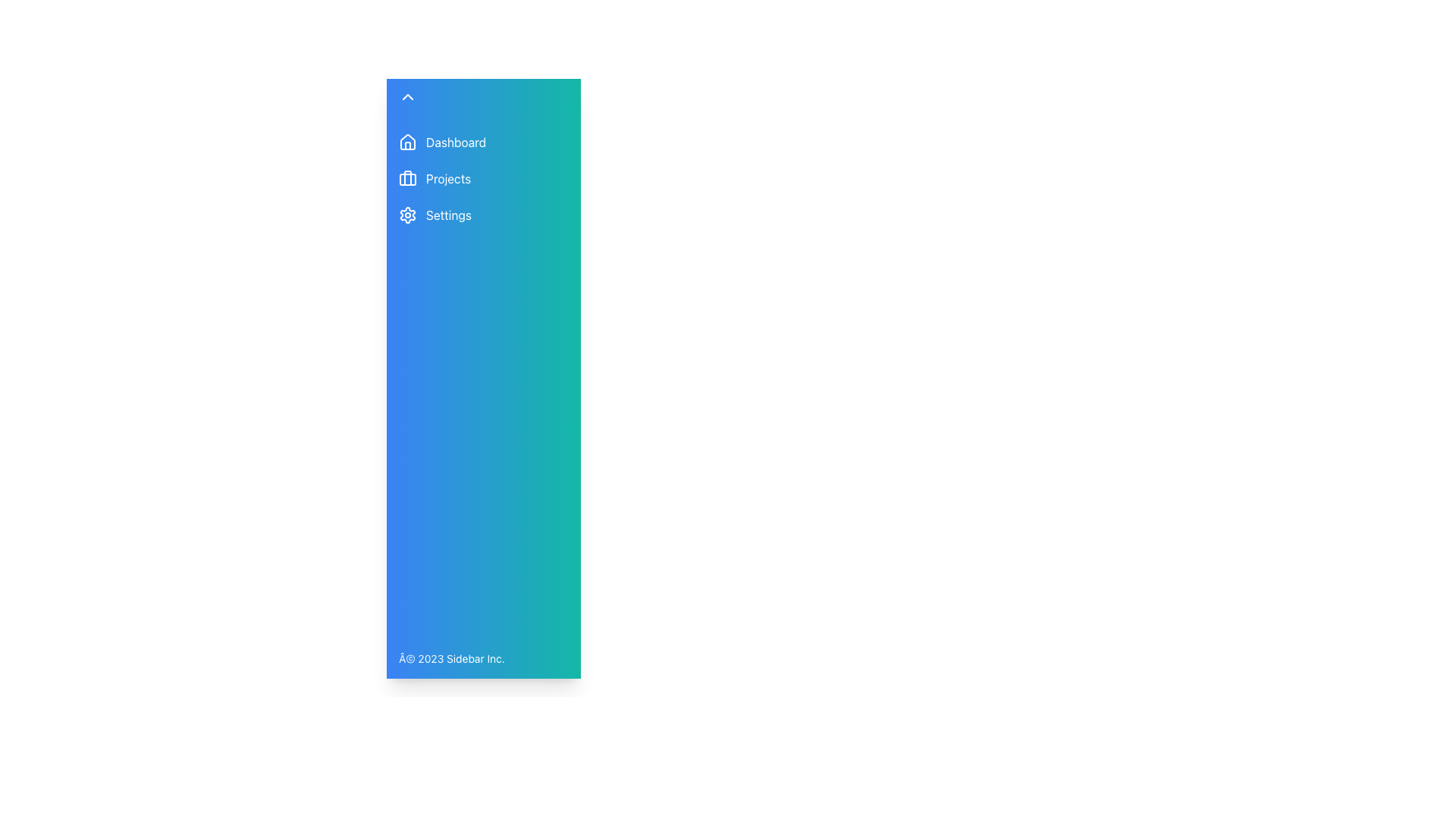  I want to click on the interior vertical rectangle of the house icon located next to the 'Dashboard' label in the vertical navigation menu, so click(407, 146).